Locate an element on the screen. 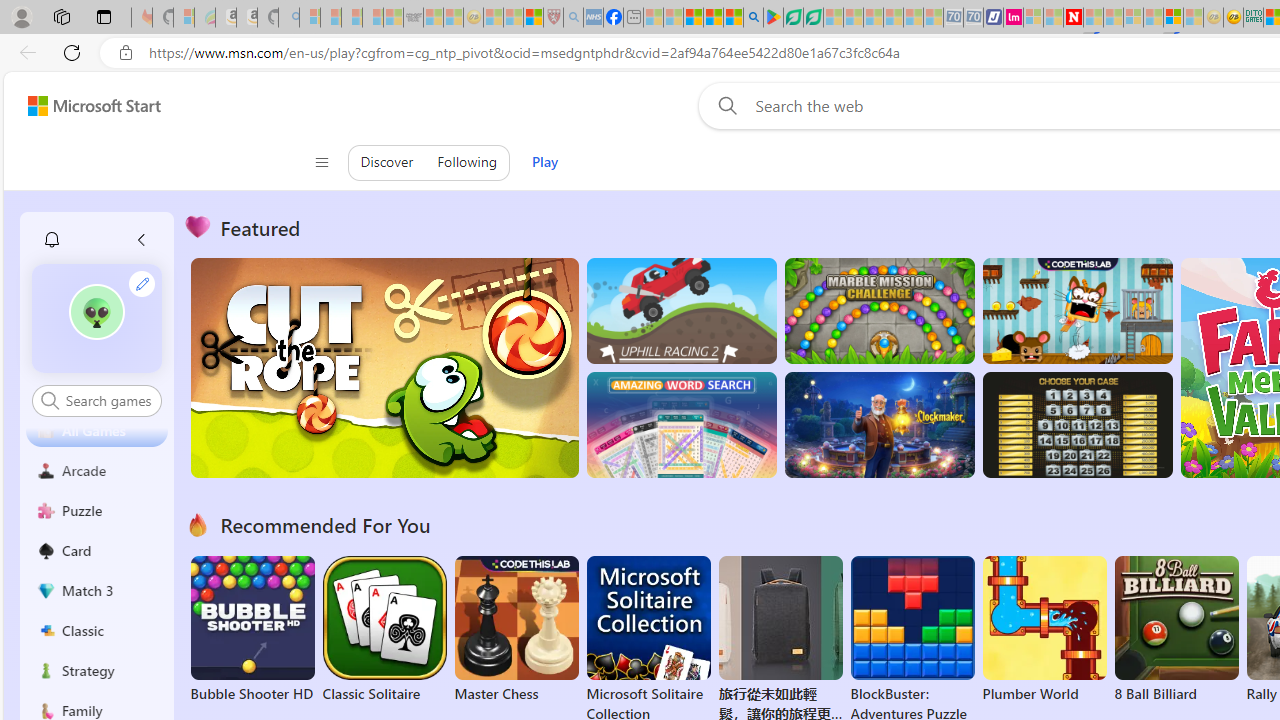  'Amazing Word Search' is located at coordinates (681, 424).